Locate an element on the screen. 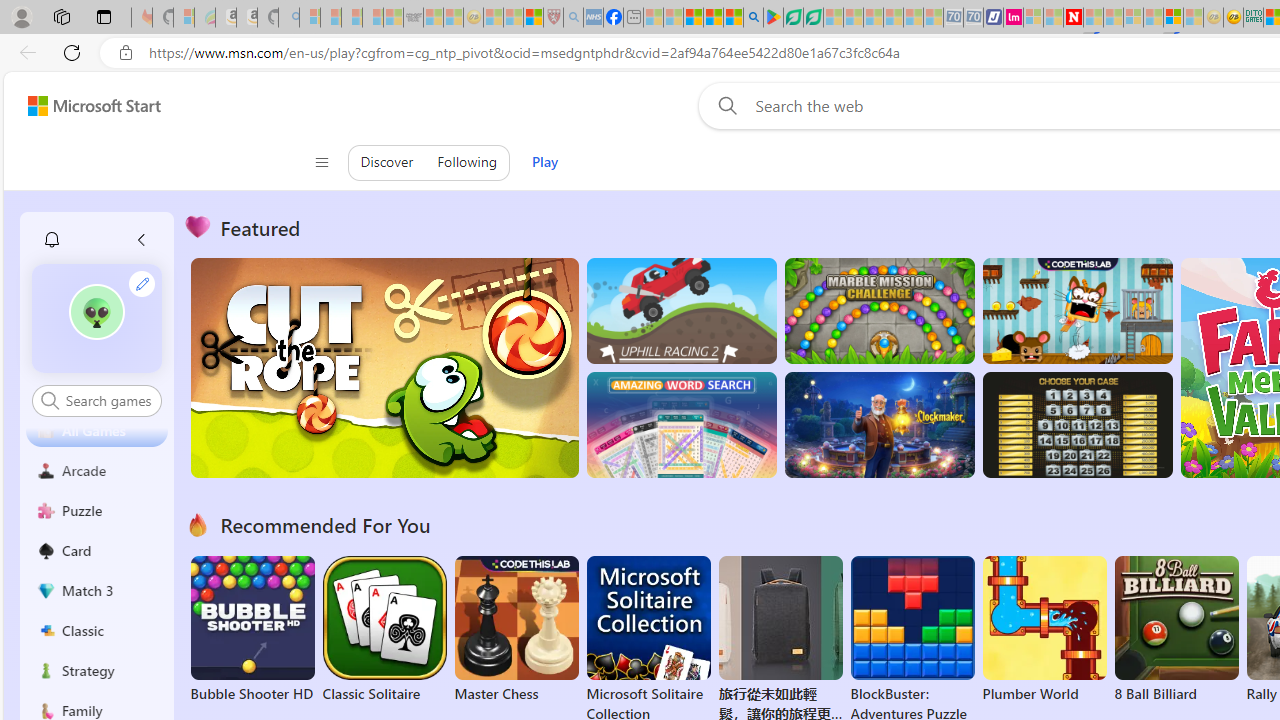  'Amazing Word Search' is located at coordinates (681, 424).